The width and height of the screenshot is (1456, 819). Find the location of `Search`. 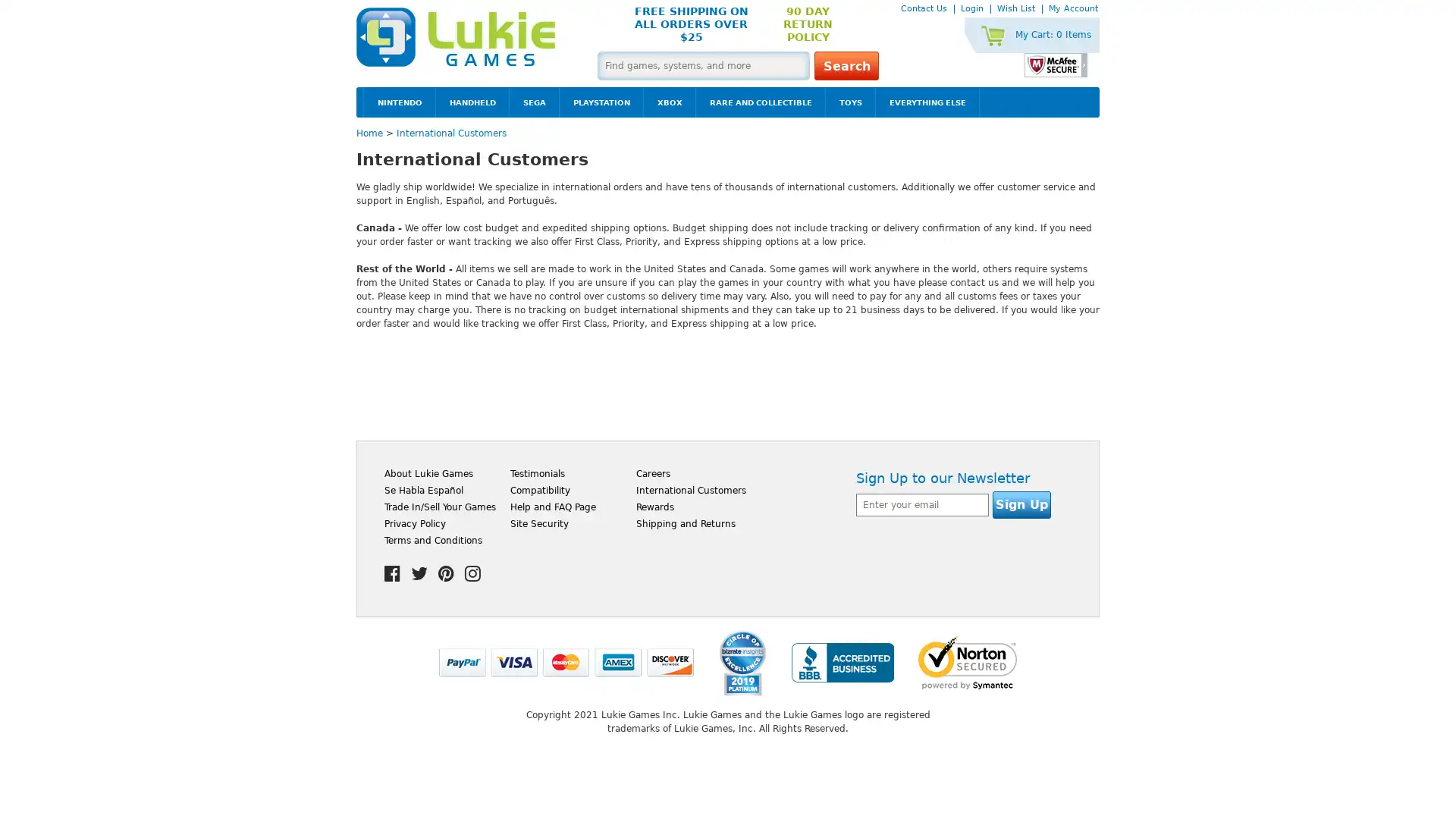

Search is located at coordinates (846, 65).